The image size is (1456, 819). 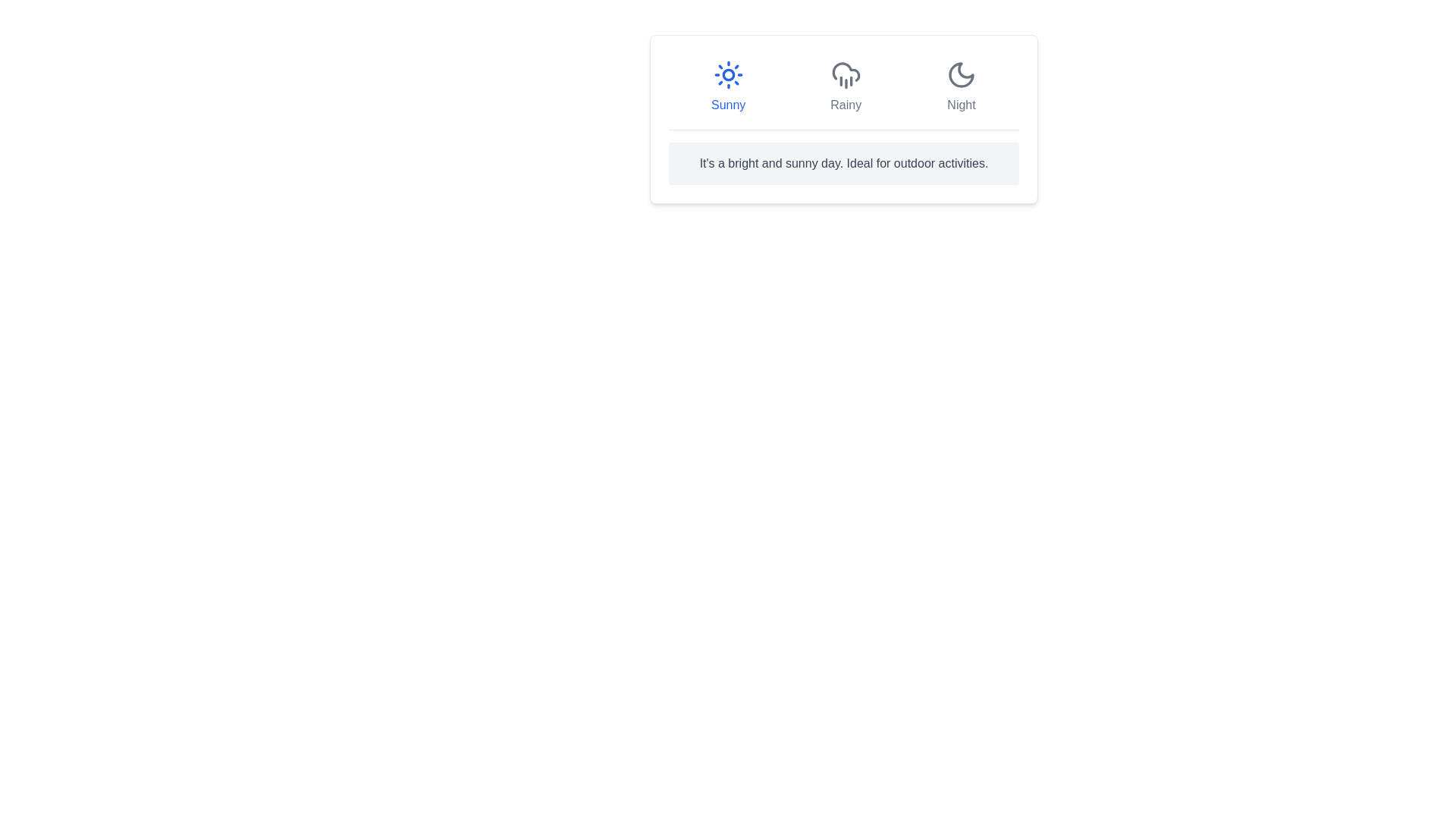 I want to click on the tab corresponding to Night to view its details, so click(x=960, y=87).